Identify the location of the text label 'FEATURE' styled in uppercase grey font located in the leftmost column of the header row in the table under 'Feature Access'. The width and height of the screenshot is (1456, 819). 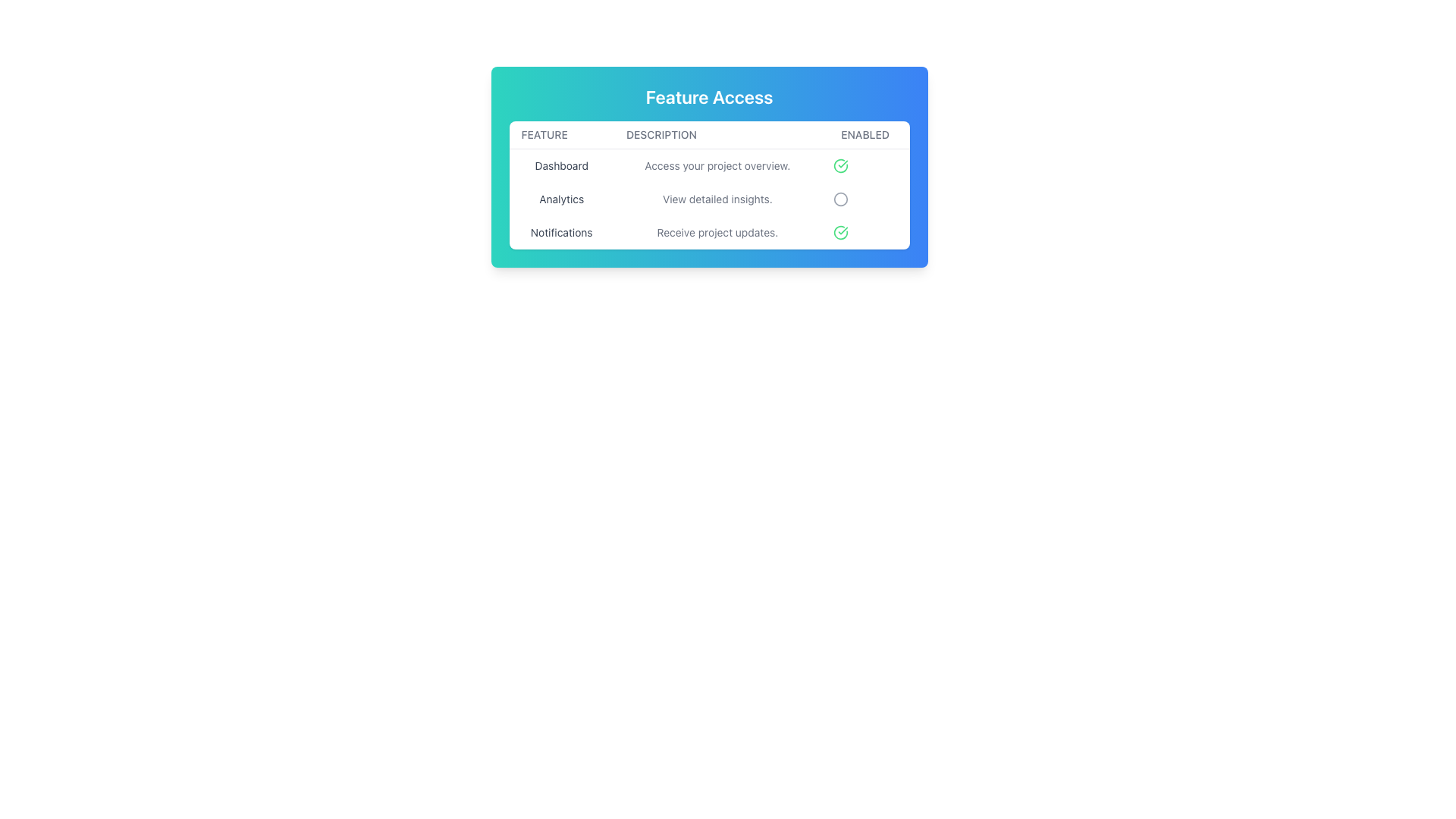
(560, 134).